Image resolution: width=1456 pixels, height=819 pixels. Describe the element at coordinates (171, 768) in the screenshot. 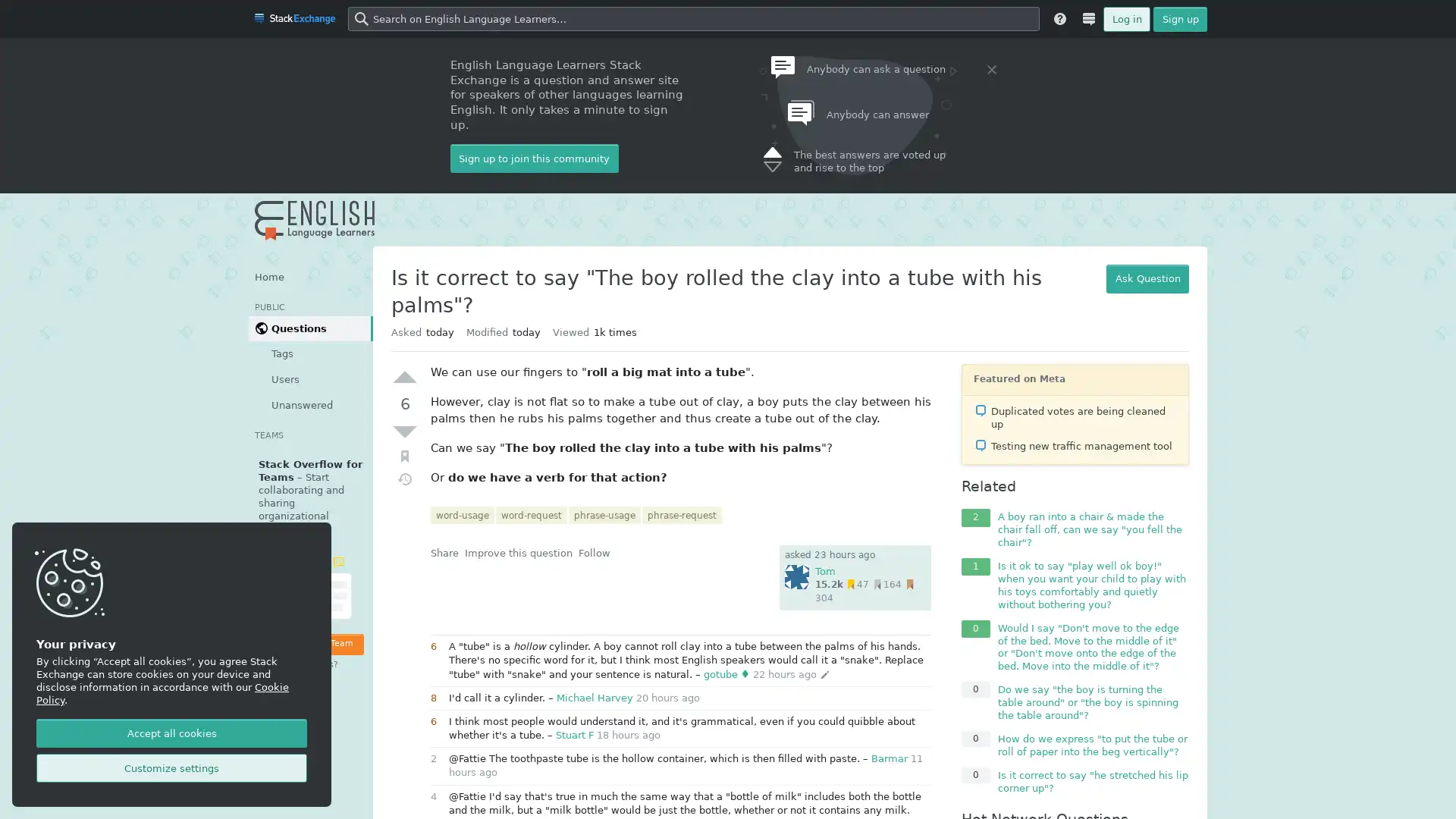

I see `Customize settings` at that location.